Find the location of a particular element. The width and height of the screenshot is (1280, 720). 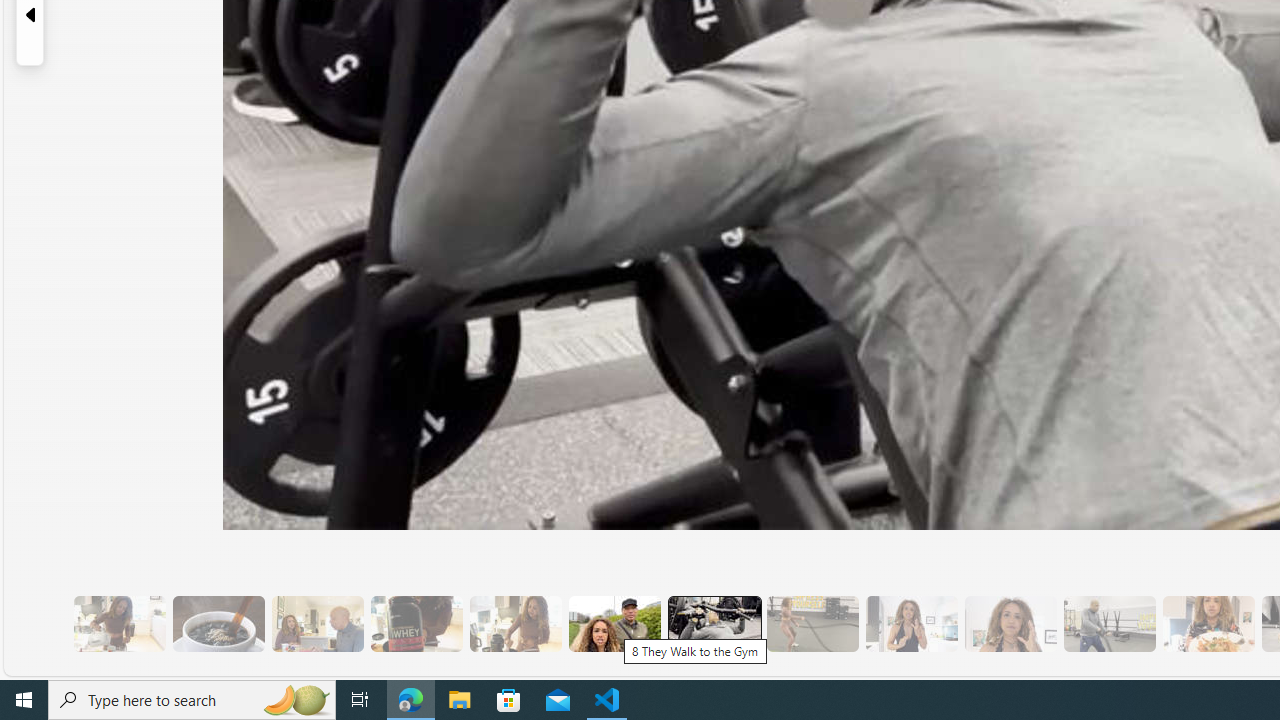

'5 She Eats Less Than Her Husband' is located at coordinates (316, 623).